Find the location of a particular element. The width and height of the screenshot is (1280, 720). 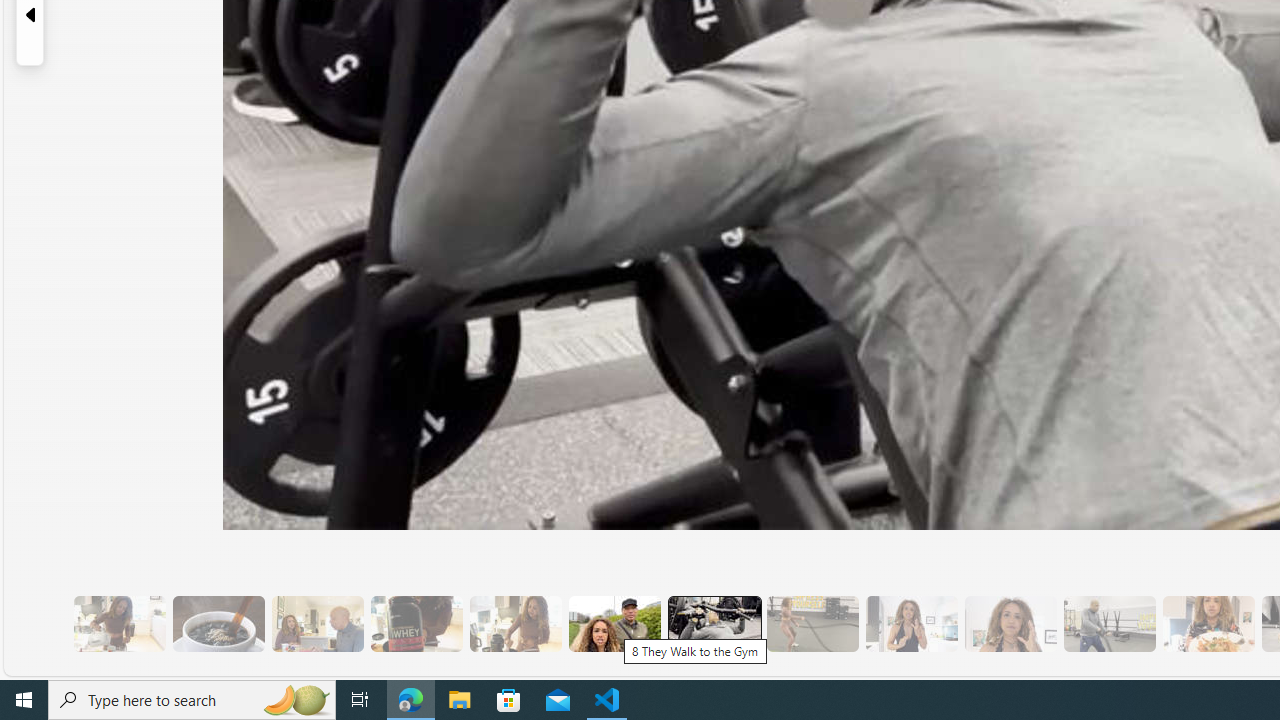

'5 She Eats Less Than Her Husband' is located at coordinates (316, 623).